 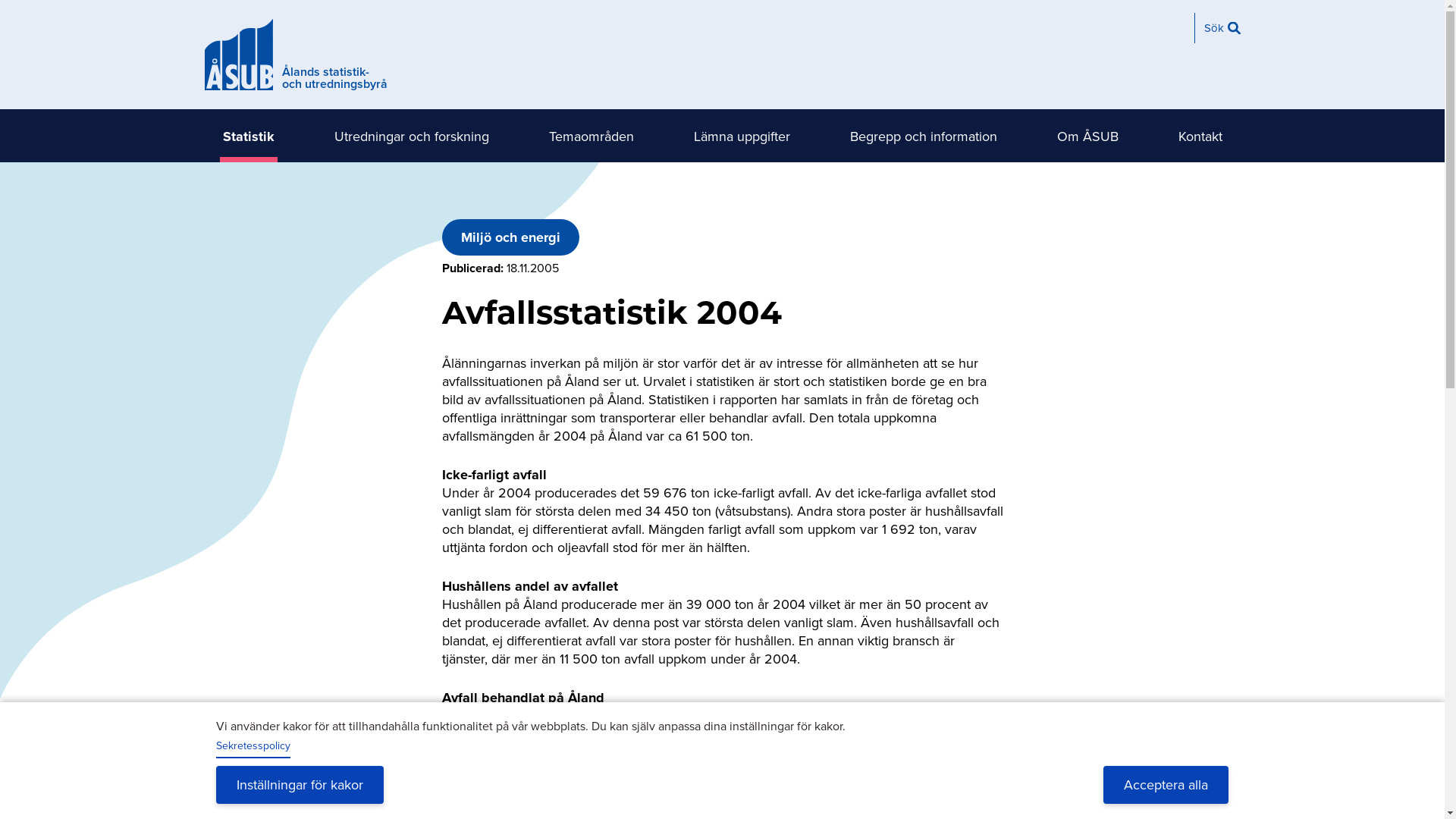 I want to click on 'Sekretesspolicy', so click(x=253, y=745).